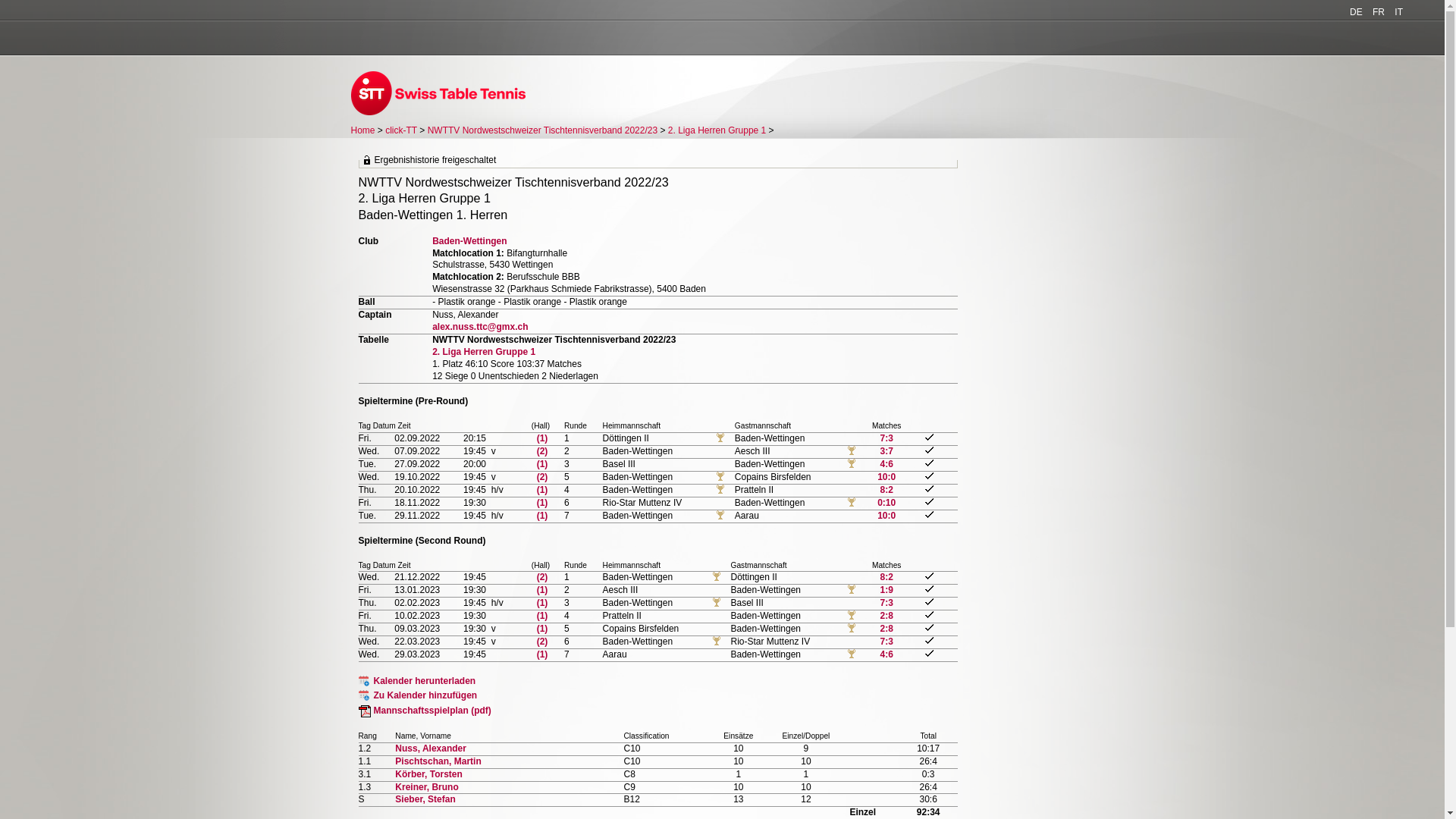 Image resolution: width=1456 pixels, height=819 pixels. What do you see at coordinates (886, 589) in the screenshot?
I see `'1:9'` at bounding box center [886, 589].